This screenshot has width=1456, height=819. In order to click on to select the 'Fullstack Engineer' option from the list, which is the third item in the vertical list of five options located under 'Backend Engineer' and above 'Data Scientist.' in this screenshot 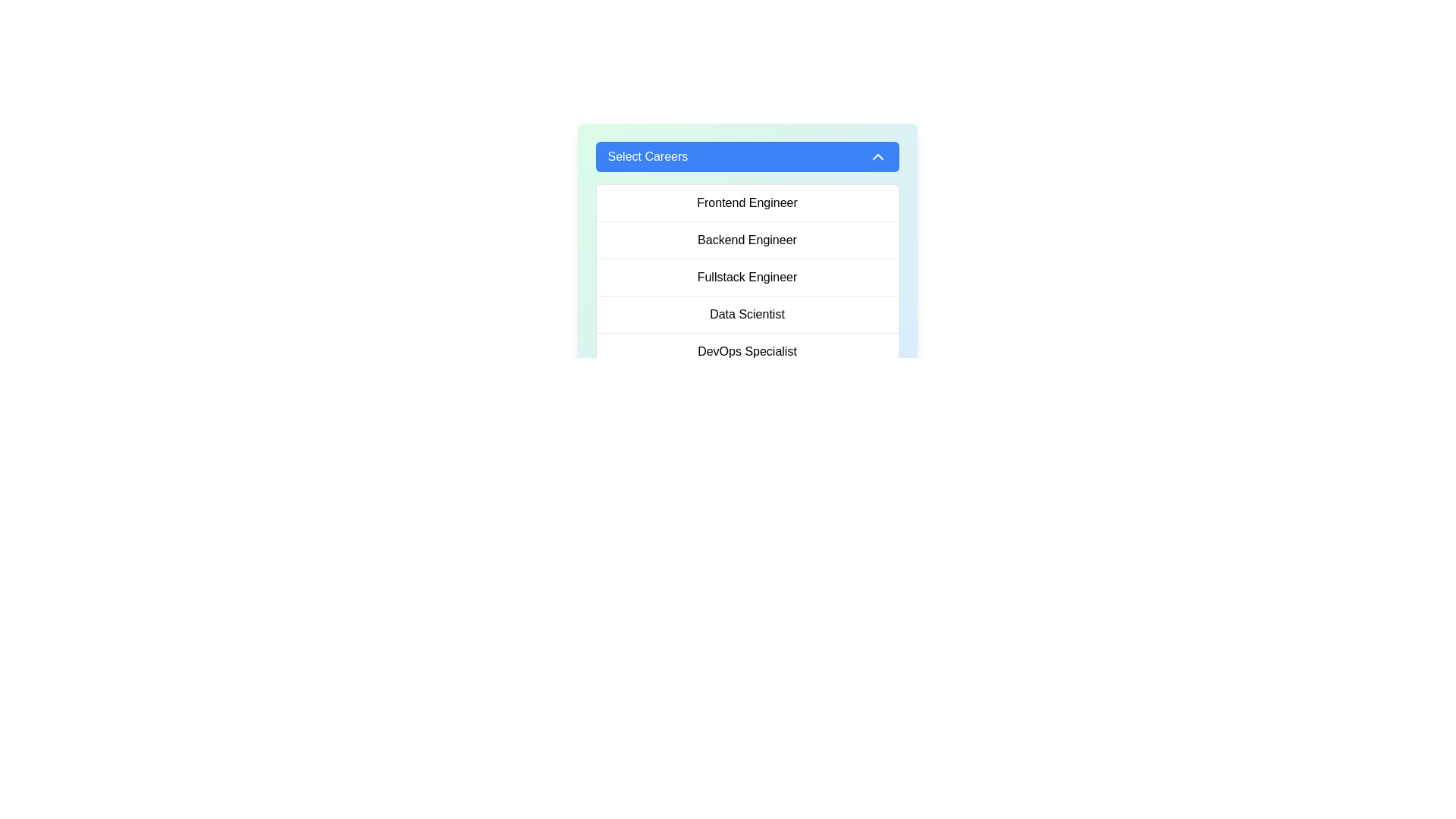, I will do `click(747, 278)`.